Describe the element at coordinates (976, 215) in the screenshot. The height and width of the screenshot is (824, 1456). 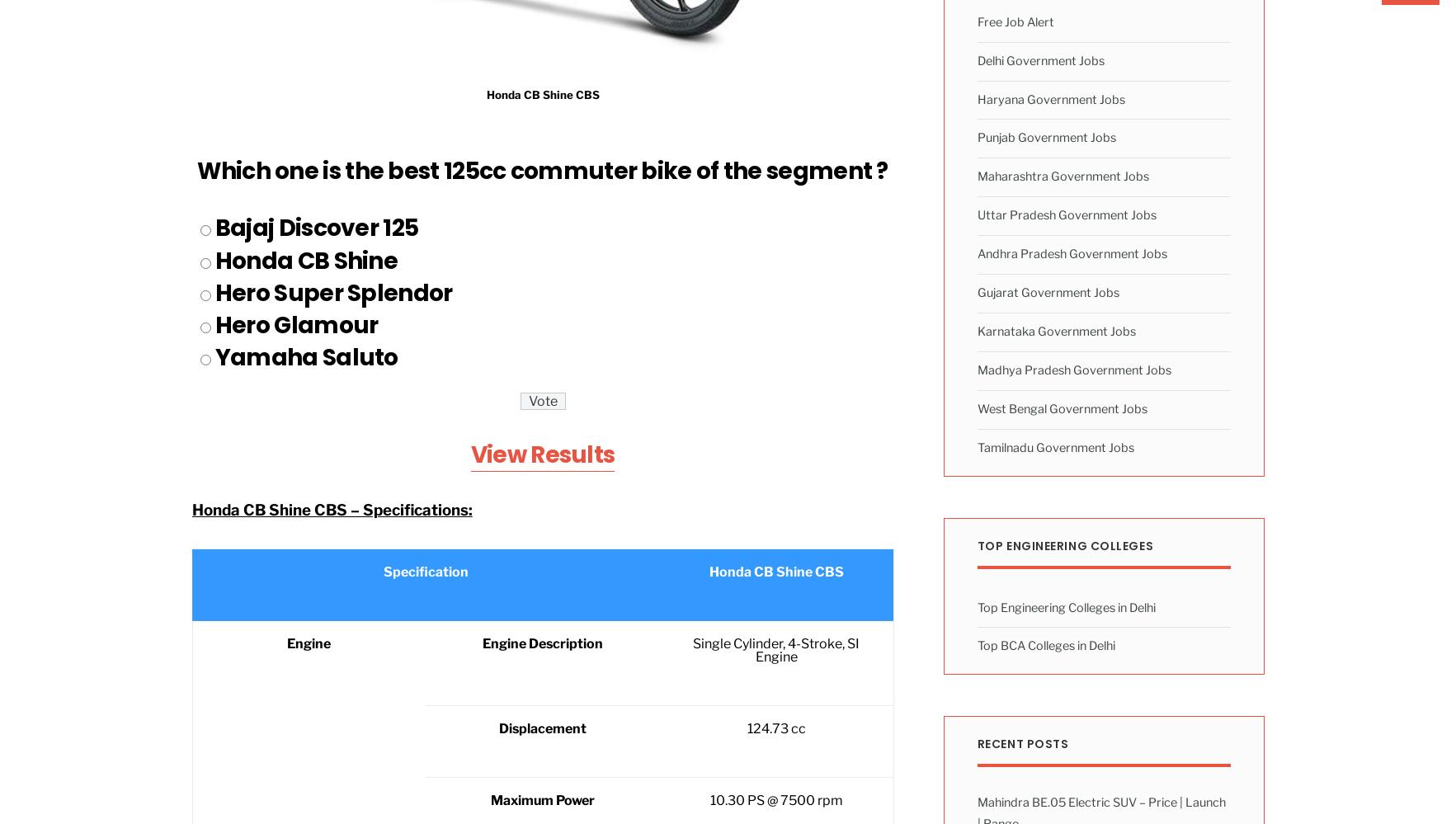
I see `'Uttar Pradesh Government Jobs'` at that location.